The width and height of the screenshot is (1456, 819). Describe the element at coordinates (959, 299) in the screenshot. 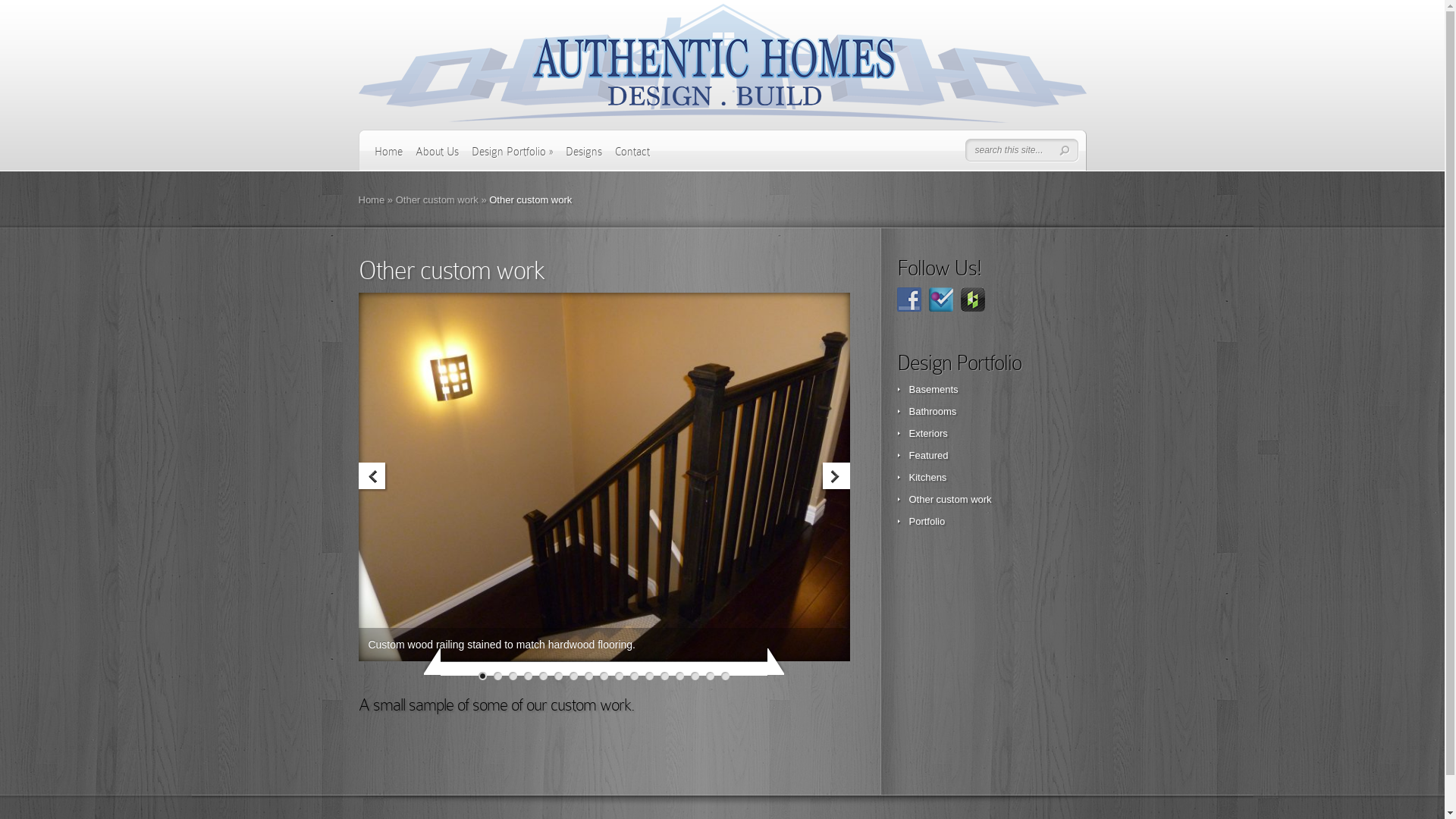

I see `'Follow Us on Houzz'` at that location.